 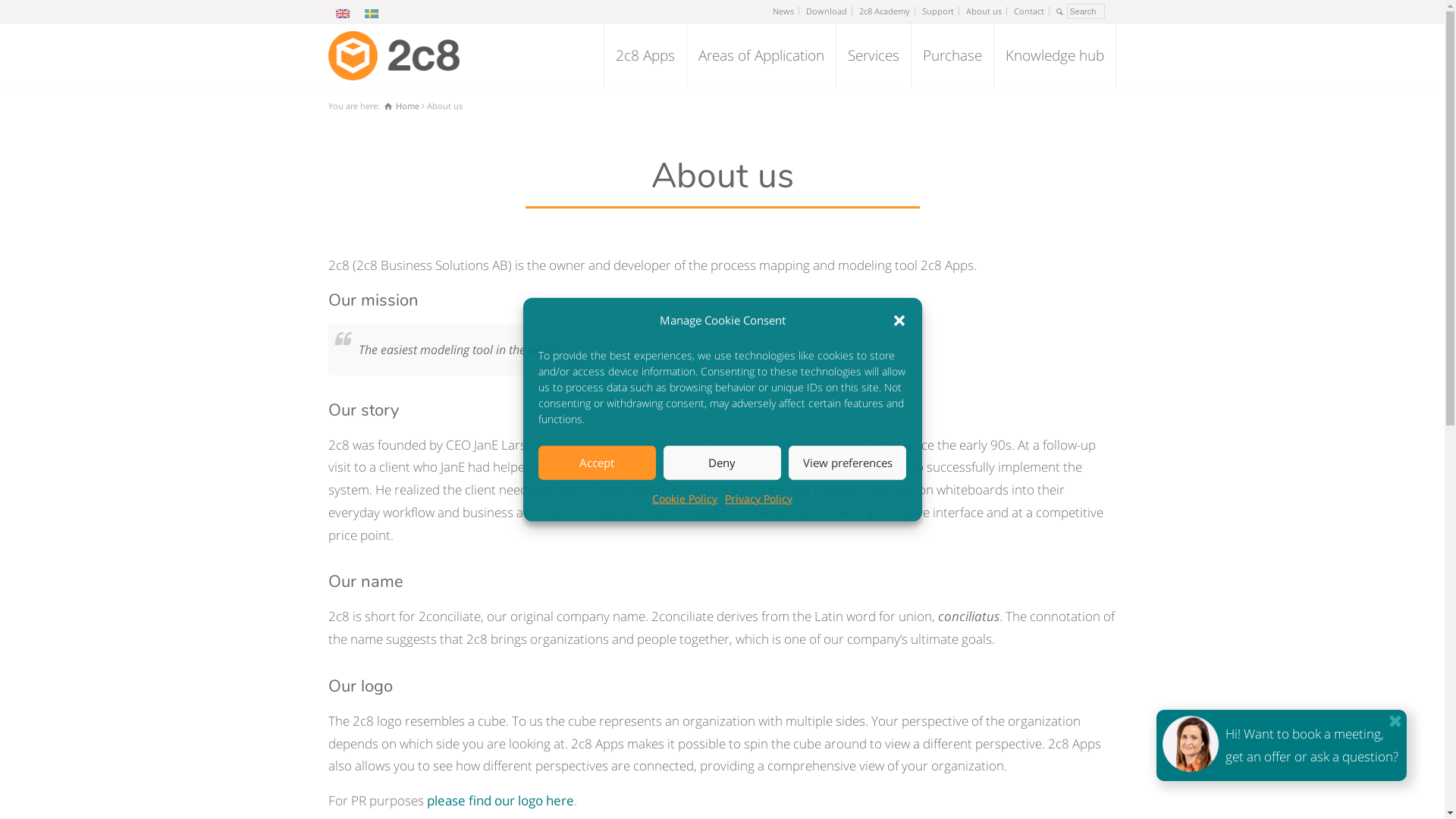 I want to click on 'About us', so click(x=984, y=11).